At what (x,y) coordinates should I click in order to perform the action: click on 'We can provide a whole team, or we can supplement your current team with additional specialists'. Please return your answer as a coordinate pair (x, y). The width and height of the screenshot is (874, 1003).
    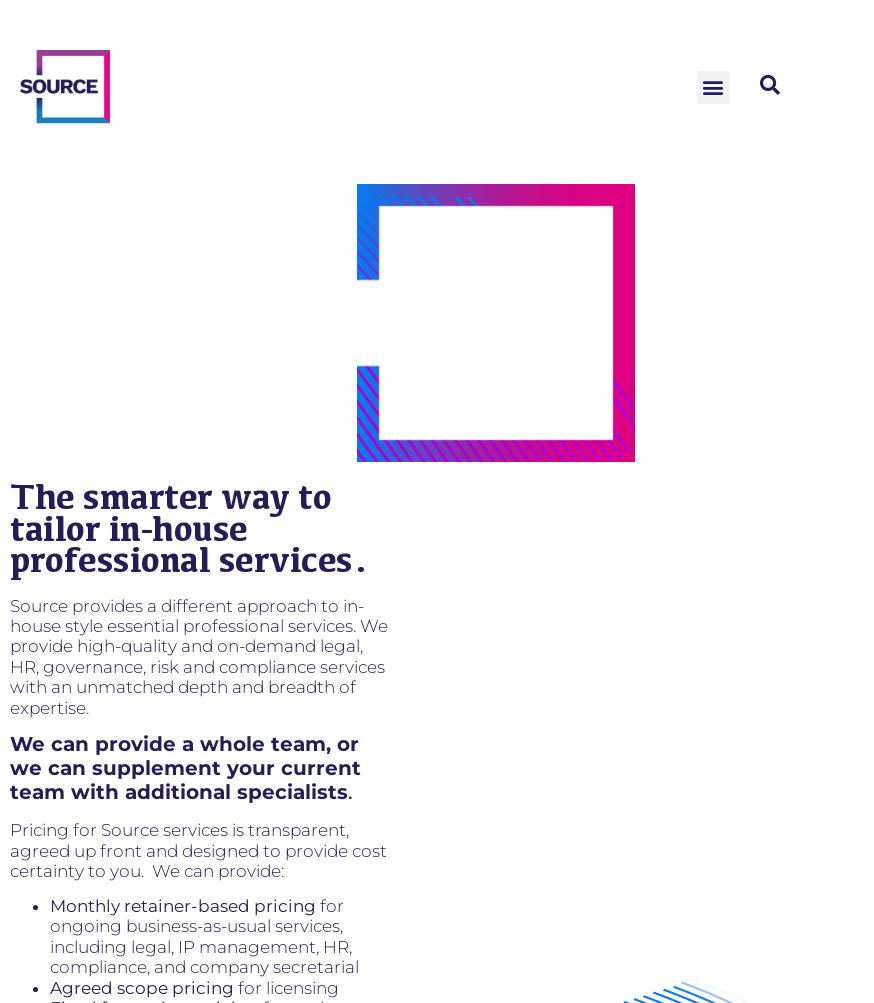
    Looking at the image, I should click on (8, 766).